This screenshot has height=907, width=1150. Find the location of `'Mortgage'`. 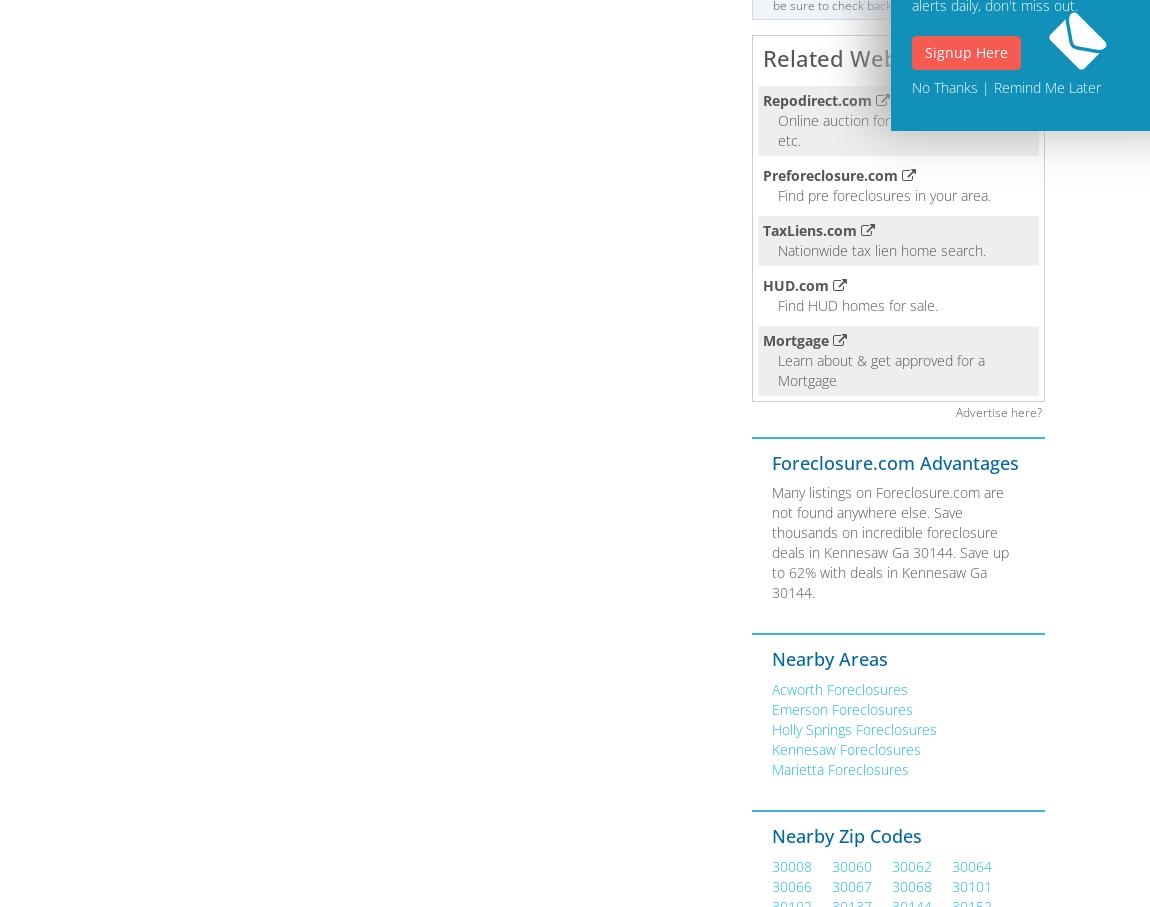

'Mortgage' is located at coordinates (795, 338).